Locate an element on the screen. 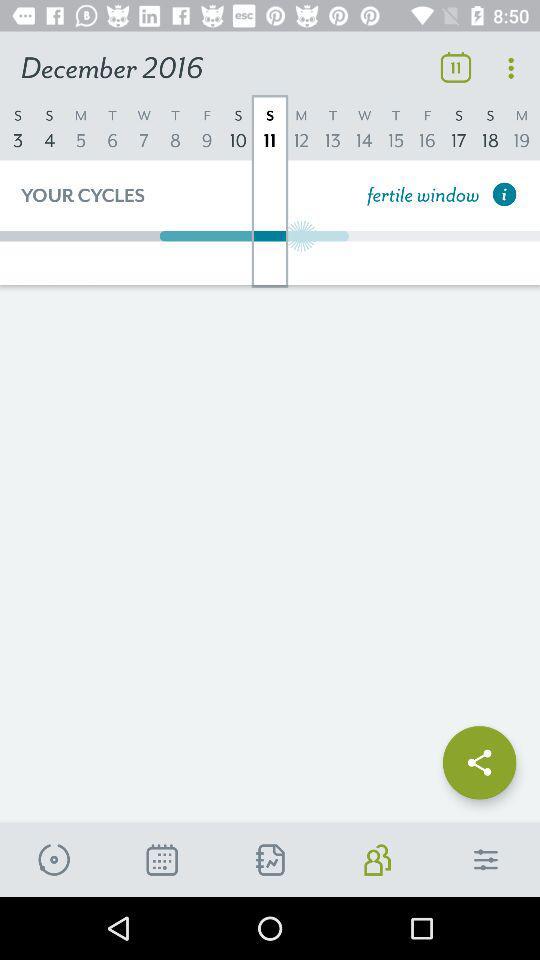 The image size is (540, 960). share the page is located at coordinates (478, 755).